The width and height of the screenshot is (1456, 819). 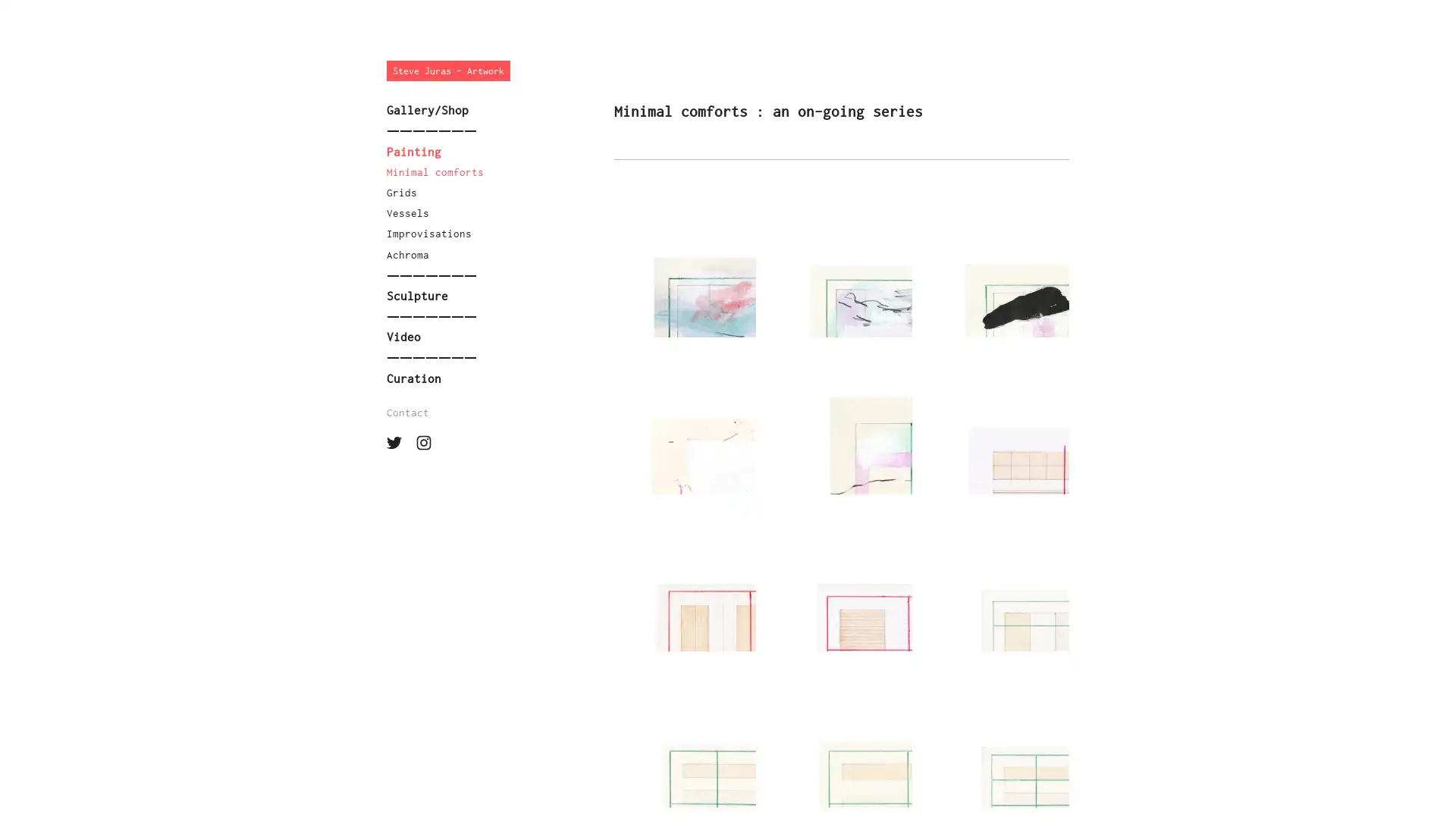 What do you see at coordinates (997, 423) in the screenshot?
I see `View fullsize Dearly departed` at bounding box center [997, 423].